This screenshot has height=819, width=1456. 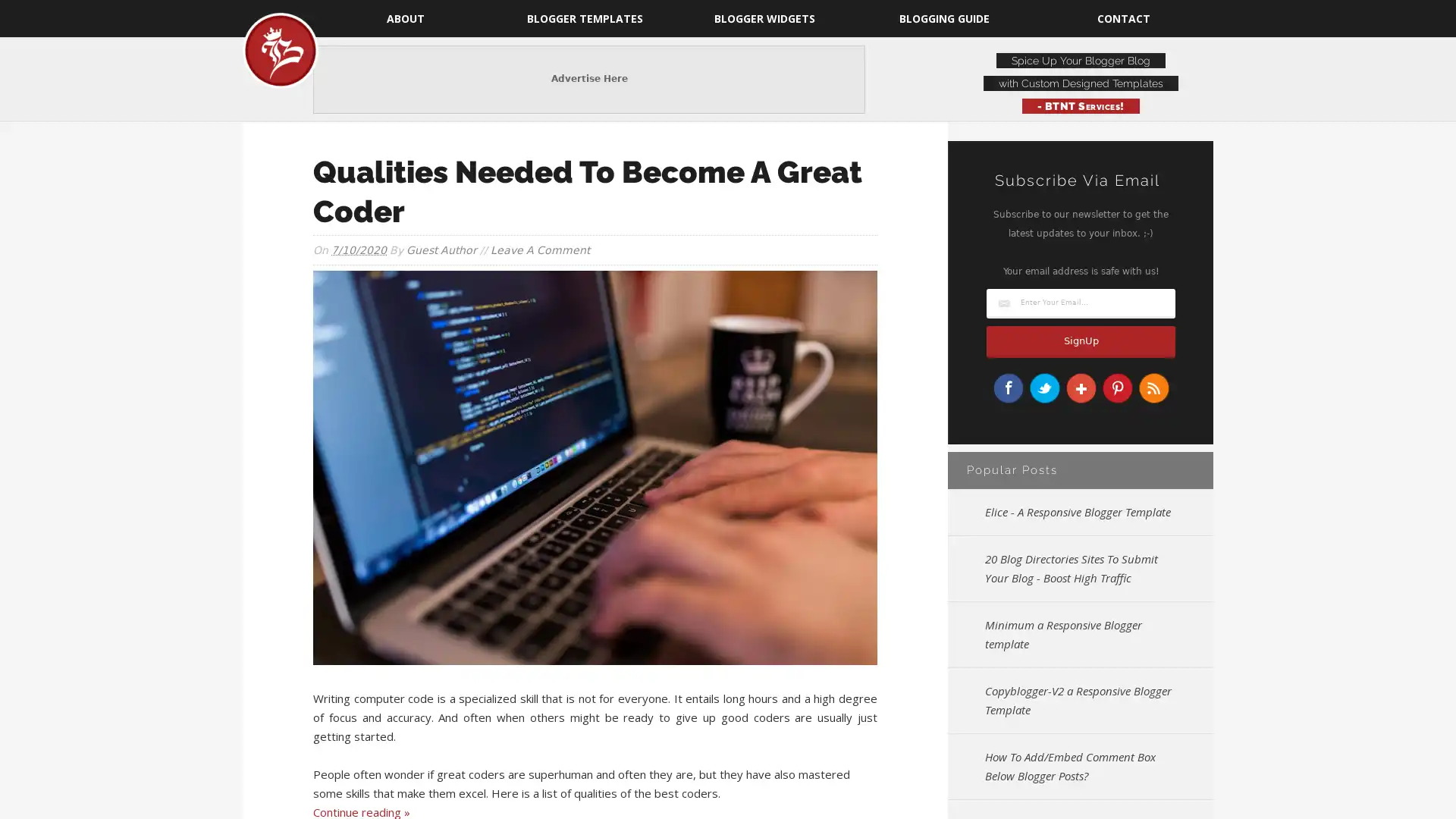 What do you see at coordinates (1080, 342) in the screenshot?
I see `SignUp` at bounding box center [1080, 342].